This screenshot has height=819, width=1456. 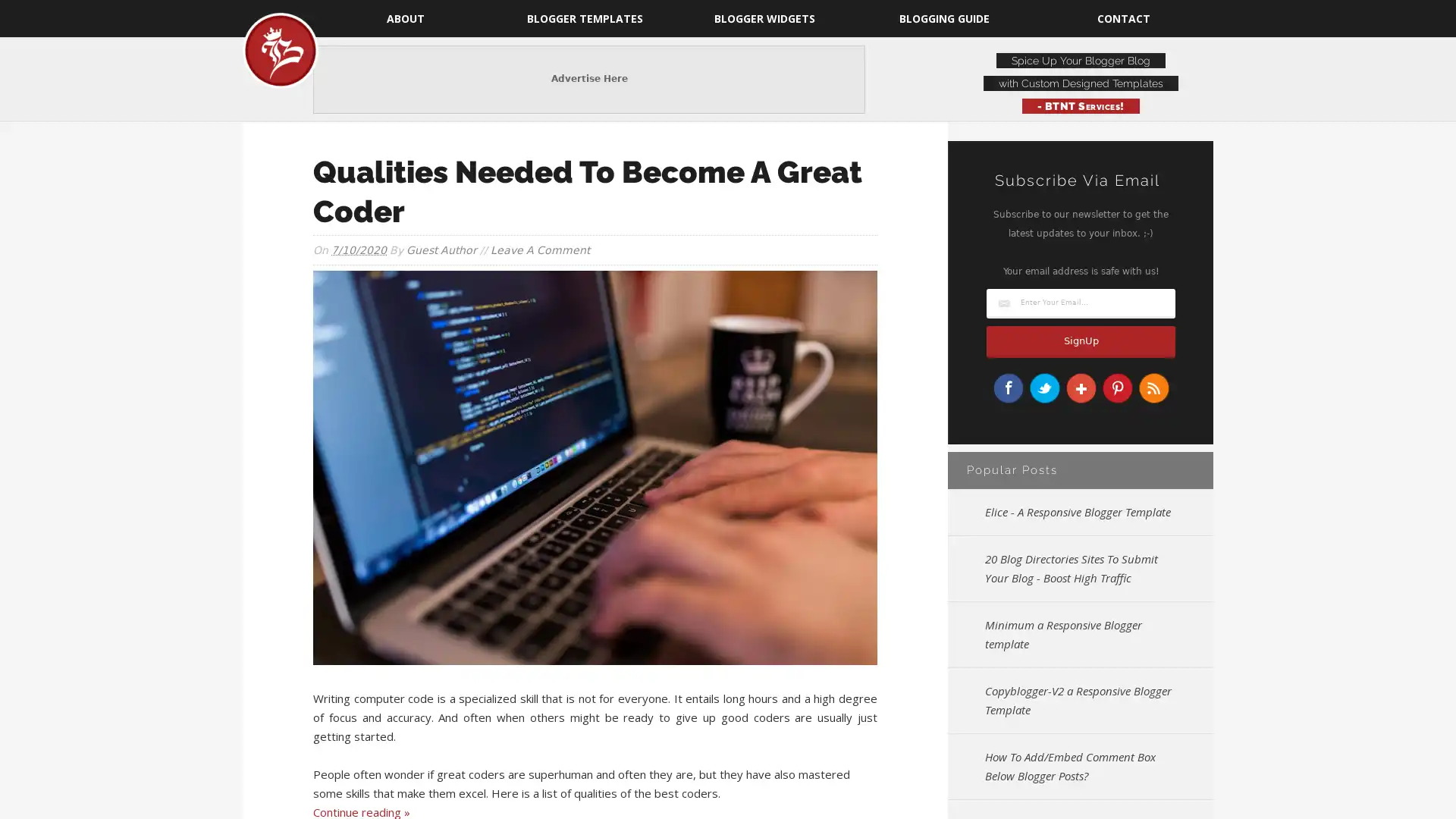 What do you see at coordinates (1080, 342) in the screenshot?
I see `SignUp` at bounding box center [1080, 342].